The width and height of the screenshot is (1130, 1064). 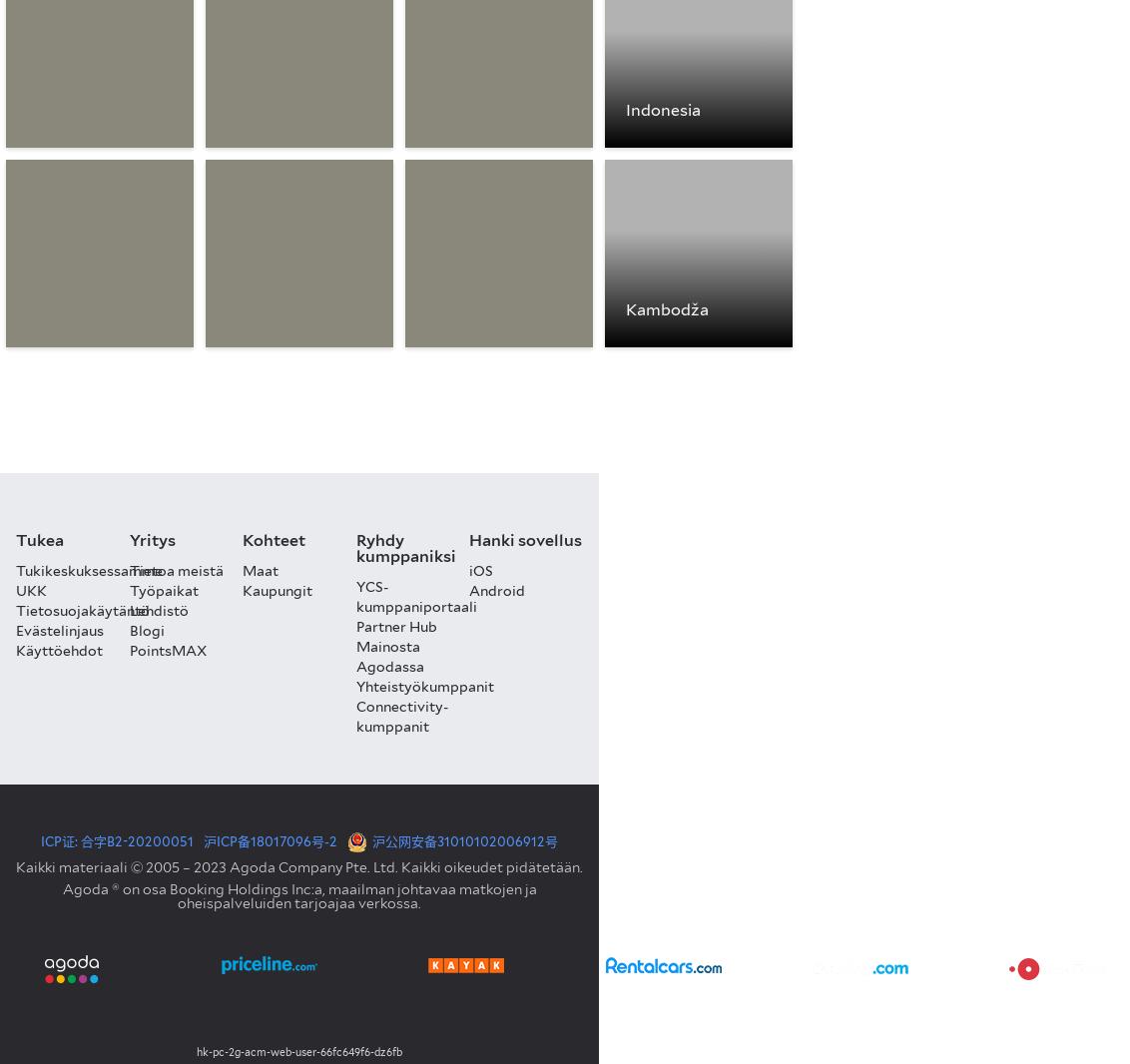 What do you see at coordinates (387, 654) in the screenshot?
I see `'Mainosta Agodassa'` at bounding box center [387, 654].